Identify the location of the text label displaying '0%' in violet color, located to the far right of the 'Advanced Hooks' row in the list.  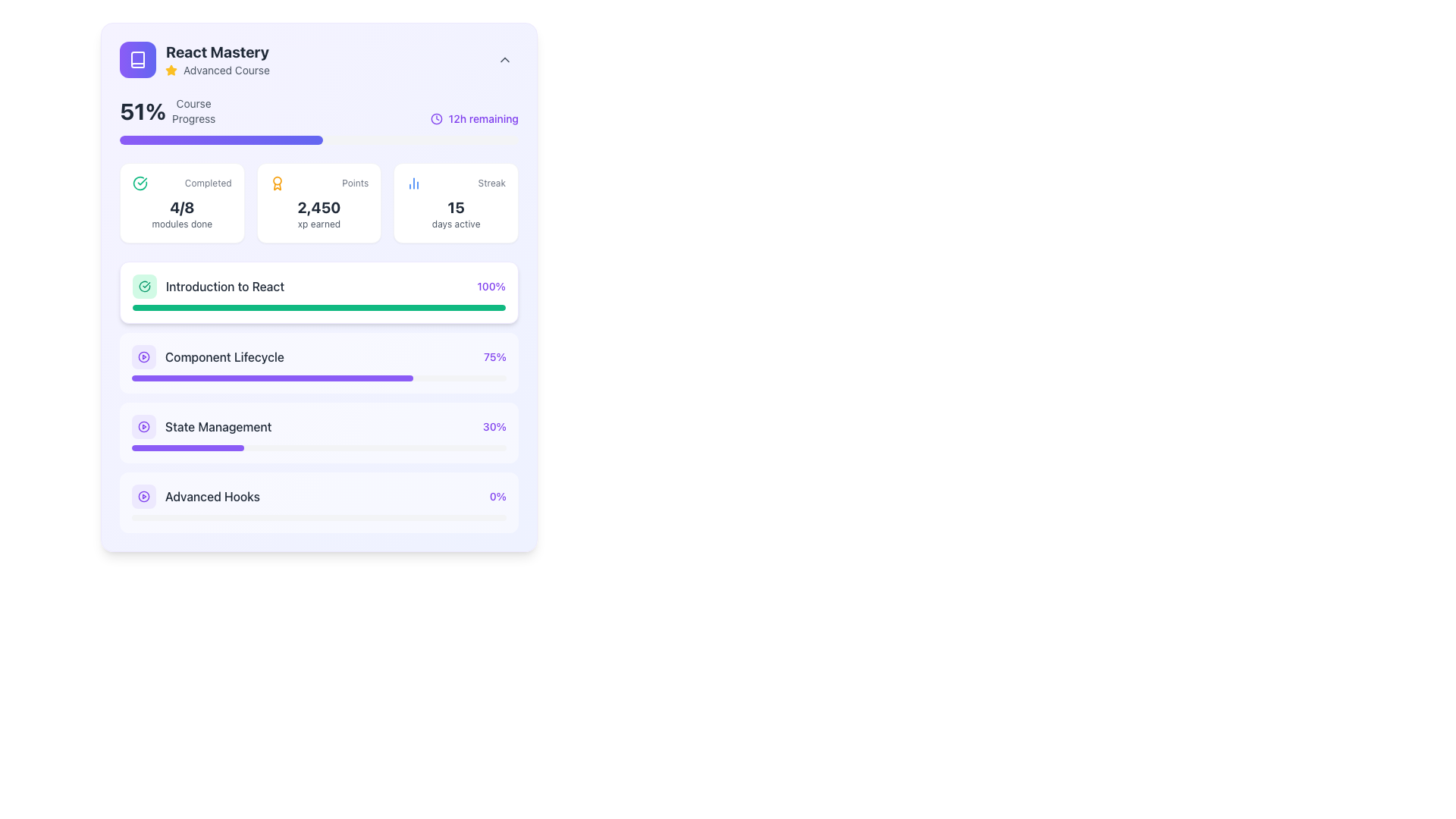
(497, 497).